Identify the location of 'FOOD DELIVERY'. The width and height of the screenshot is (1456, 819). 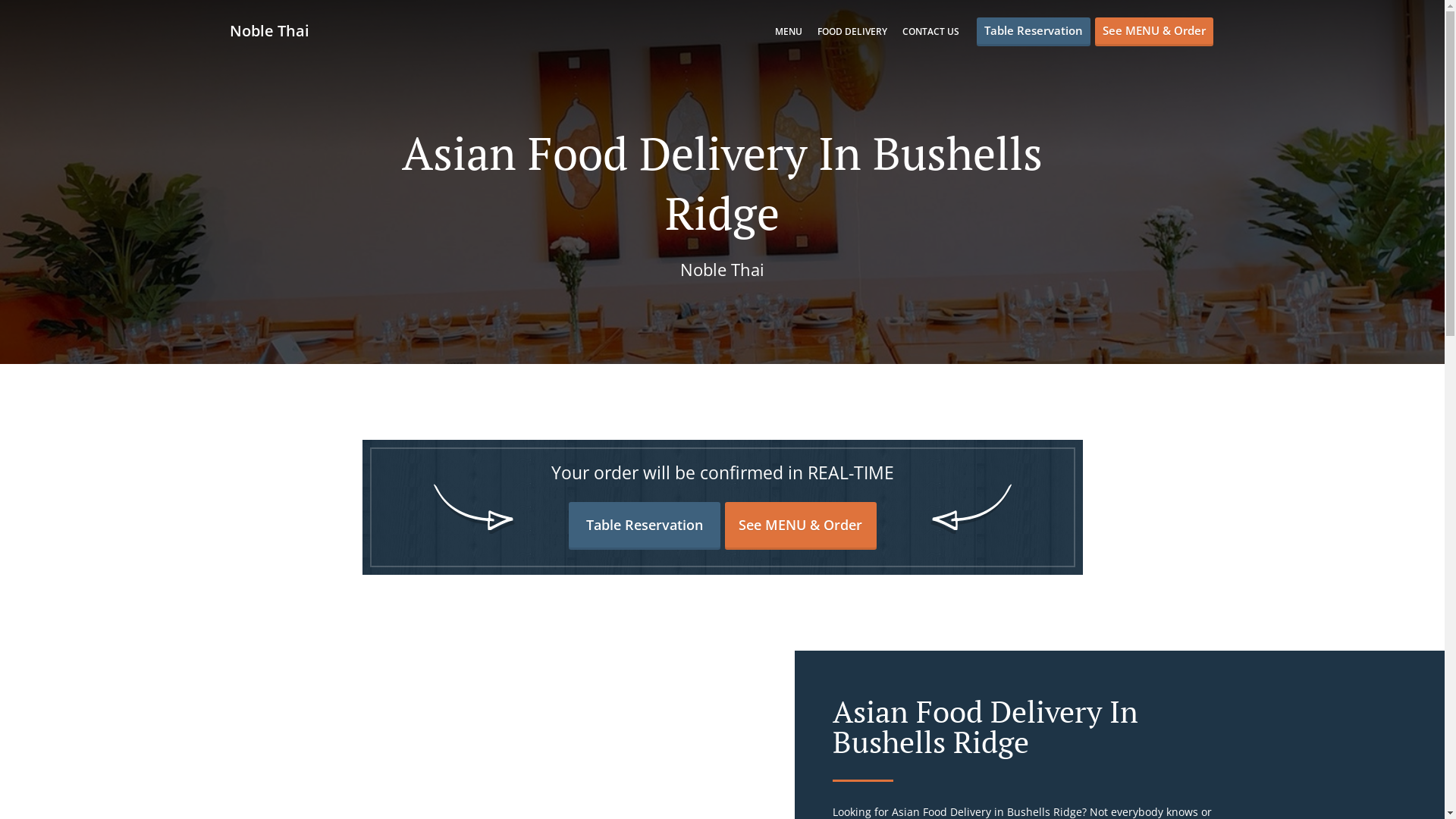
(852, 31).